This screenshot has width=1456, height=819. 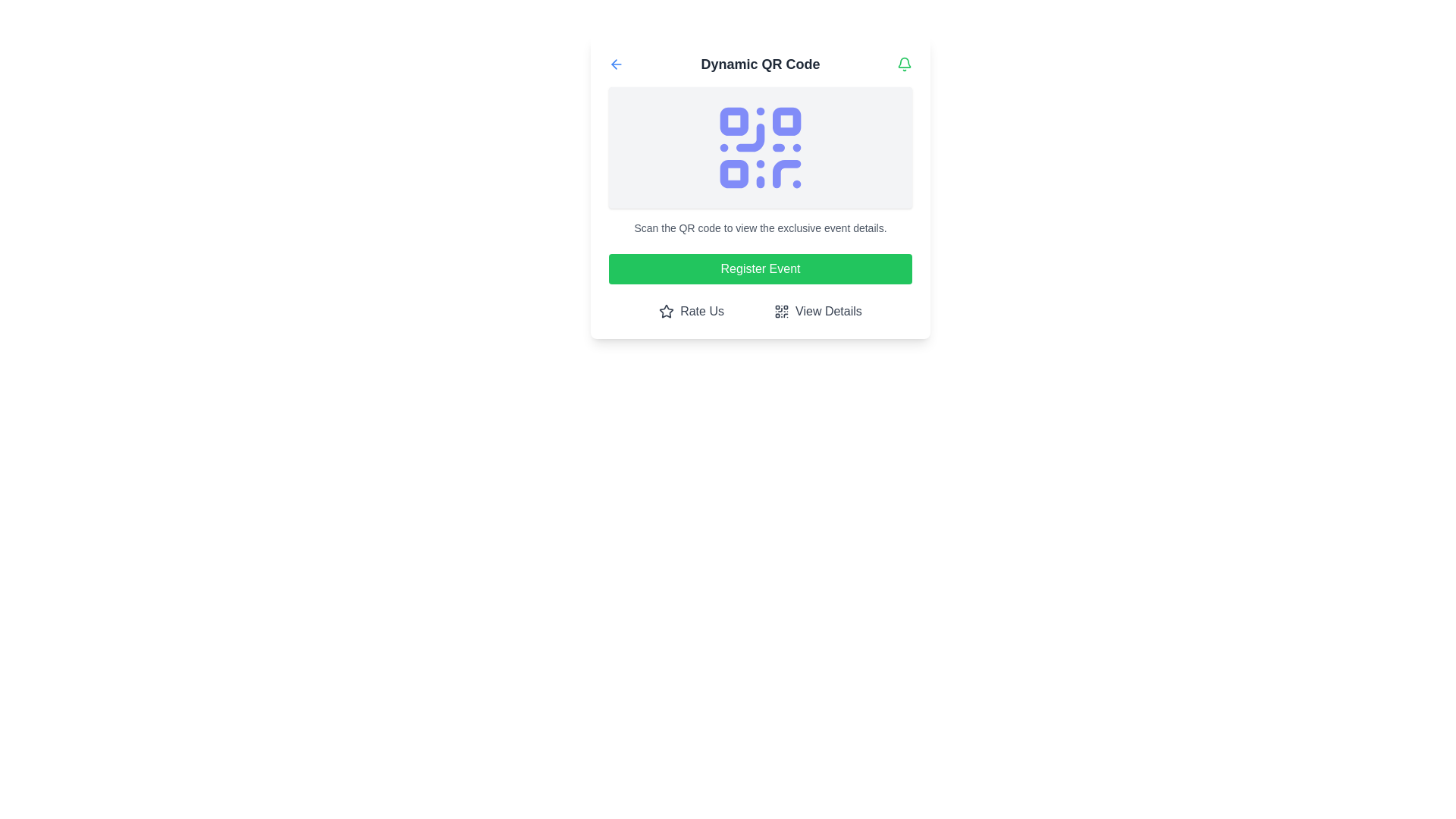 I want to click on the upper-left small square segment of the QR code, which is a light blue rectangle with rounded corners, part of the overall QR code graphic, so click(x=734, y=121).